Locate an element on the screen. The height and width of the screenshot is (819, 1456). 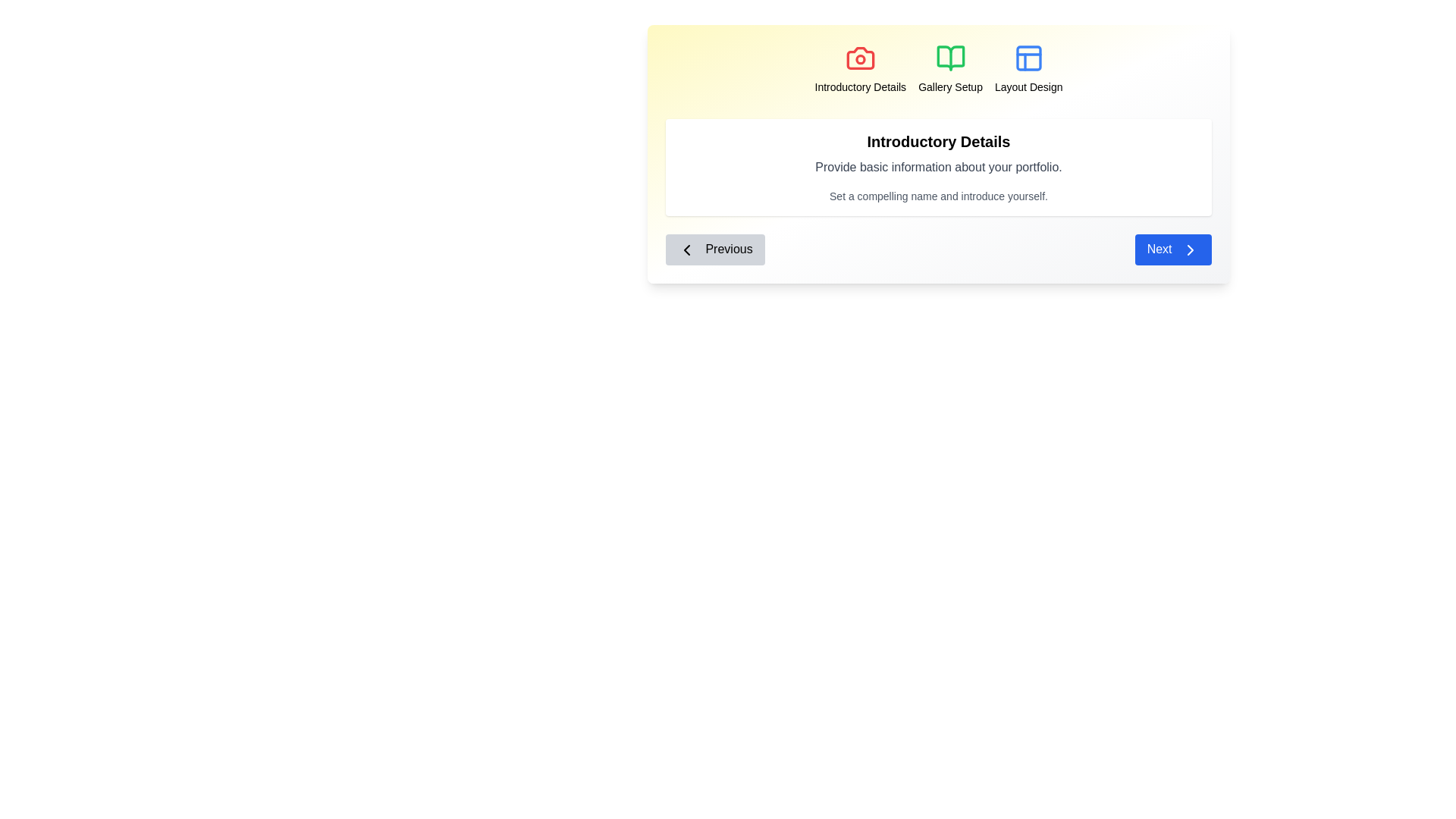
the camera icon located in the 'Introductory Details' section, which is the first icon in a horizontal row of three, situated centrally at the top of the interface is located at coordinates (860, 58).